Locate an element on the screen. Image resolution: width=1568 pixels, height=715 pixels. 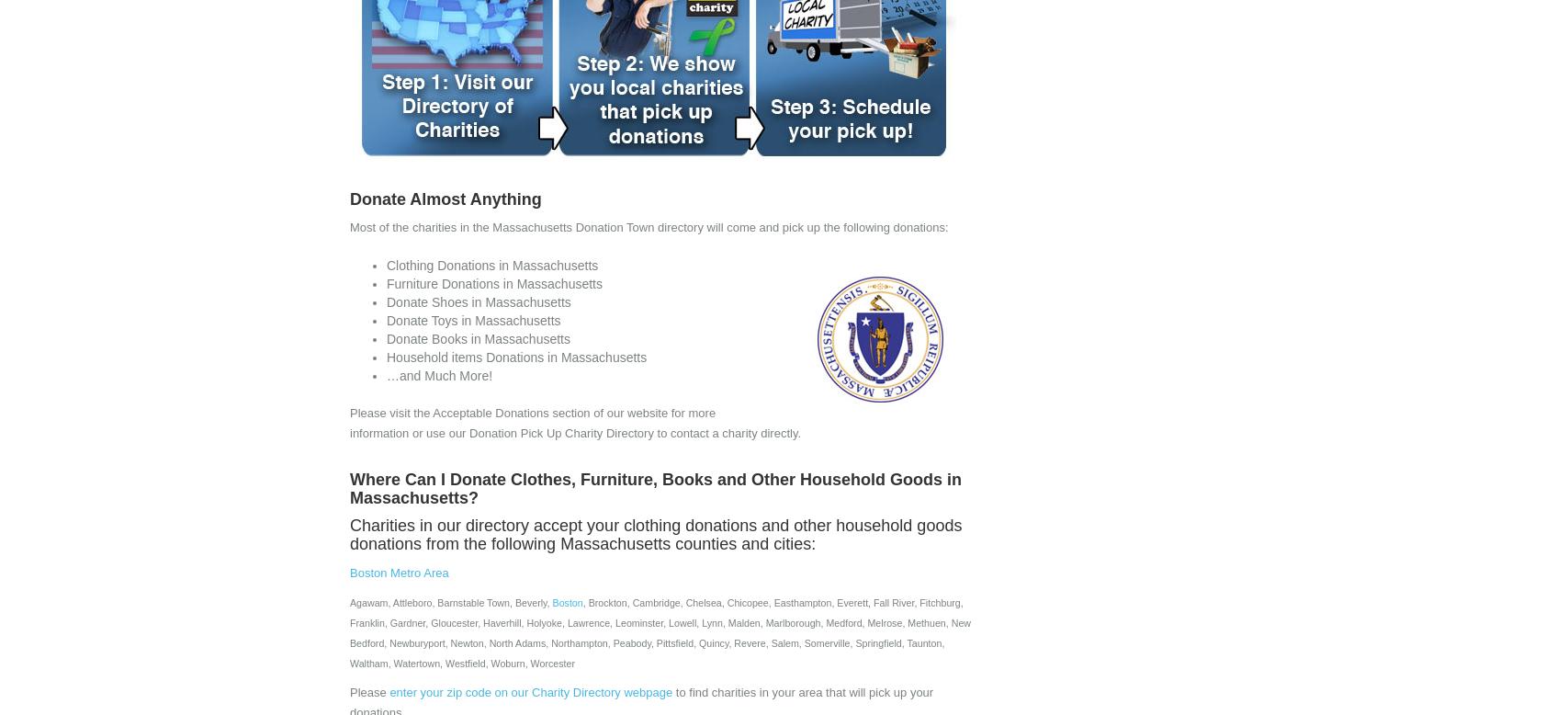
'Agawam, Attleboro, Barnstable Town, Beverly,' is located at coordinates (450, 601).